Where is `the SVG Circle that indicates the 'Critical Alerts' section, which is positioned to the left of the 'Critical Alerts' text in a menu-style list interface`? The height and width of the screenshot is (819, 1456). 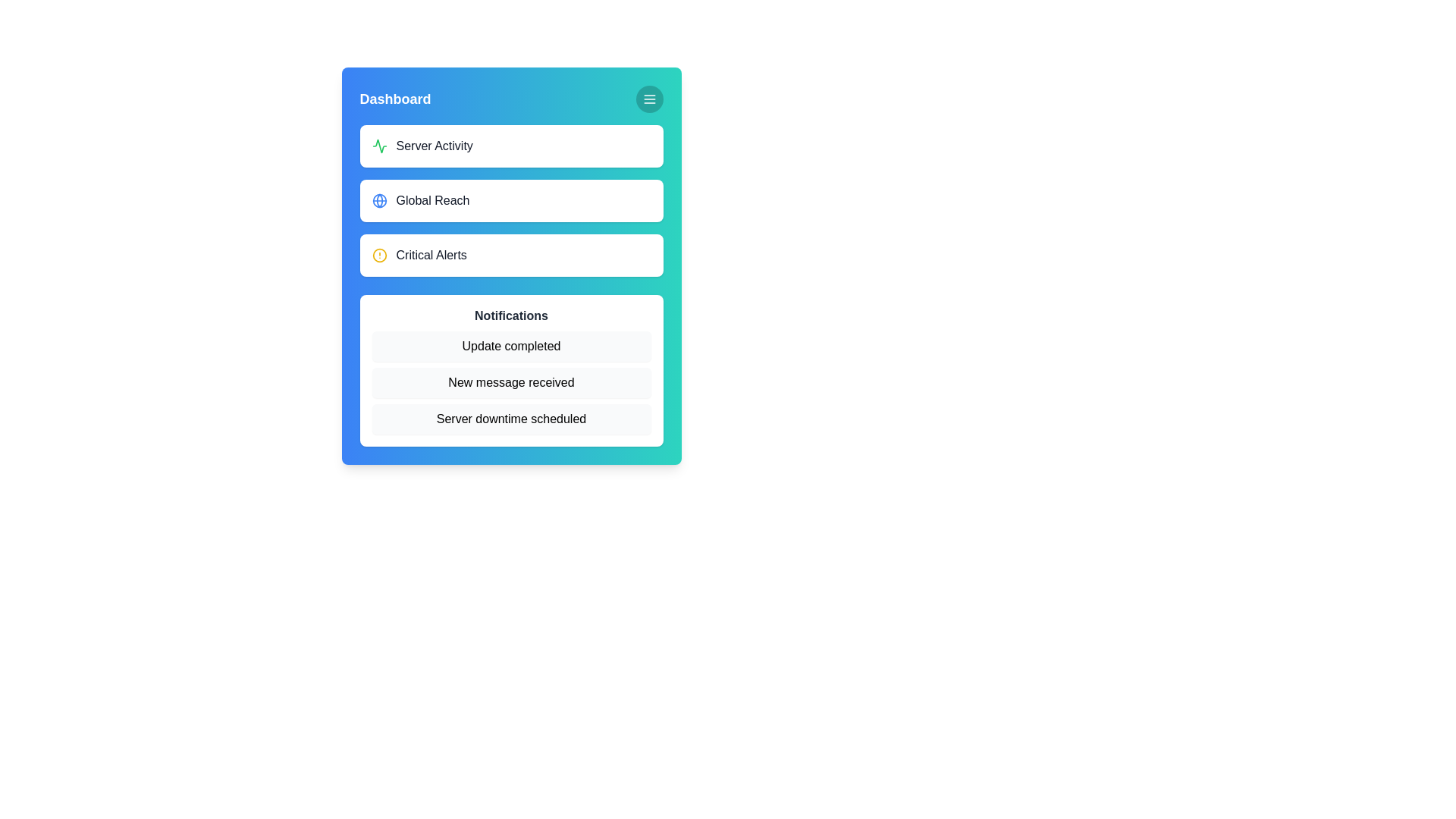
the SVG Circle that indicates the 'Critical Alerts' section, which is positioned to the left of the 'Critical Alerts' text in a menu-style list interface is located at coordinates (379, 254).